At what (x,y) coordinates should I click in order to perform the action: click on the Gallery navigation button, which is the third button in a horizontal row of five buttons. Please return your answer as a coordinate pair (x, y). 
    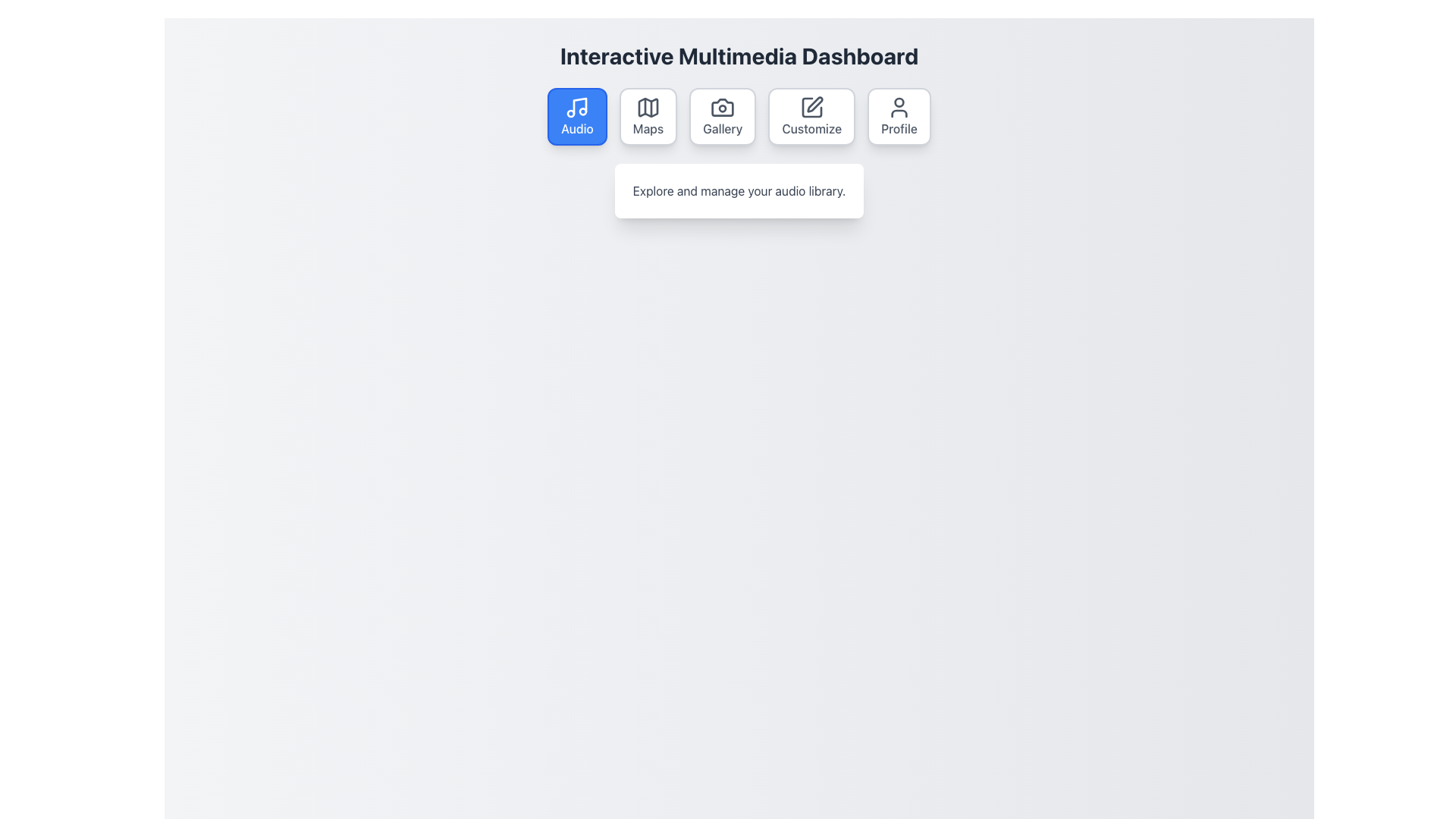
    Looking at the image, I should click on (722, 116).